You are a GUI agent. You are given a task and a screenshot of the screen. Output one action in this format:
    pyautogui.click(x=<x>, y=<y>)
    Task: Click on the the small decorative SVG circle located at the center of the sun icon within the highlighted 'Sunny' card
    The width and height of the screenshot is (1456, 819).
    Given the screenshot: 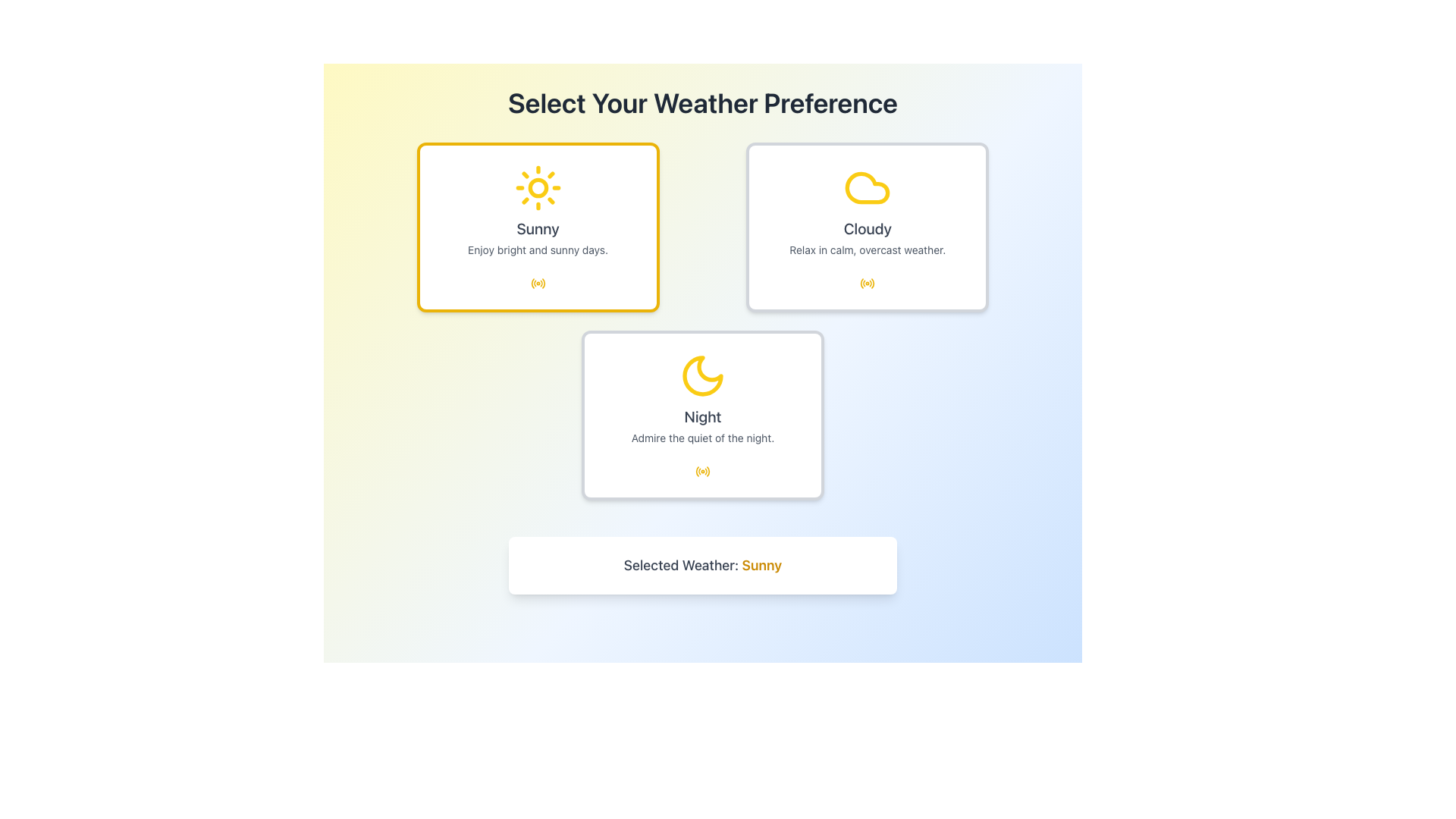 What is the action you would take?
    pyautogui.click(x=538, y=187)
    